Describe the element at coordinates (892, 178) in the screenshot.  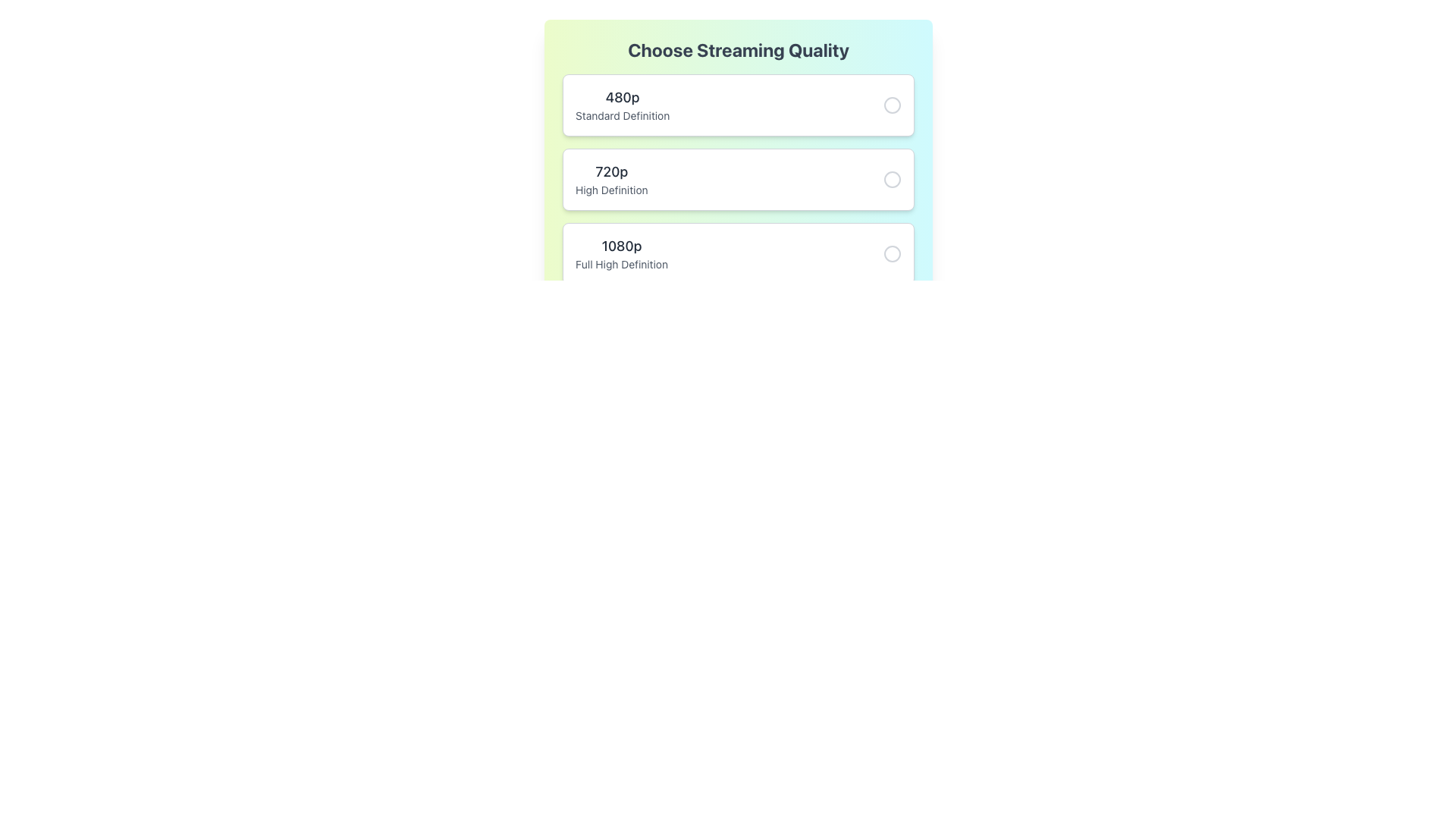
I see `the radio button` at that location.